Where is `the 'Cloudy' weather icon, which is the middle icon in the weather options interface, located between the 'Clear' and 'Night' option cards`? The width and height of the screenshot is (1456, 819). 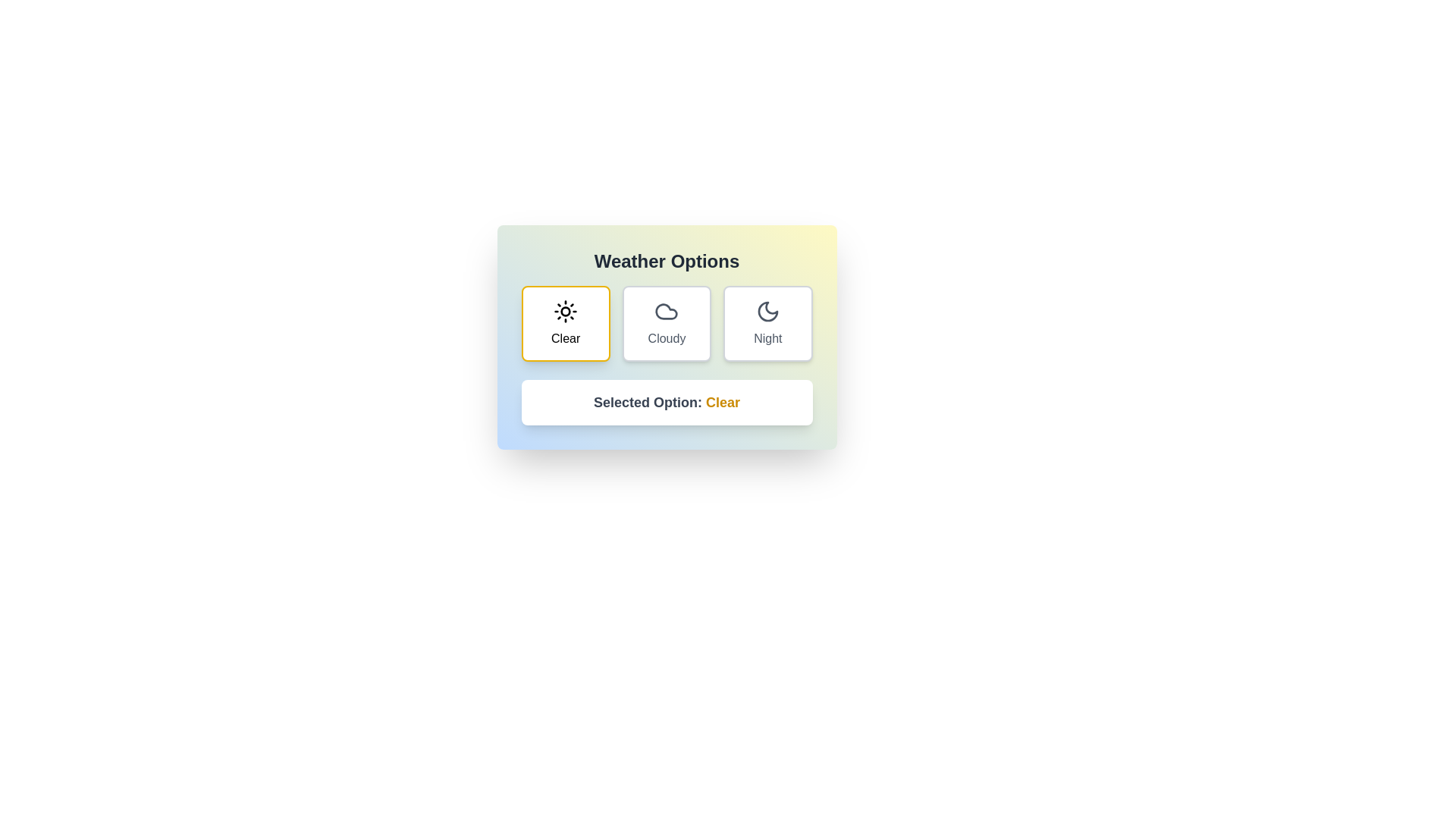
the 'Cloudy' weather icon, which is the middle icon in the weather options interface, located between the 'Clear' and 'Night' option cards is located at coordinates (667, 311).